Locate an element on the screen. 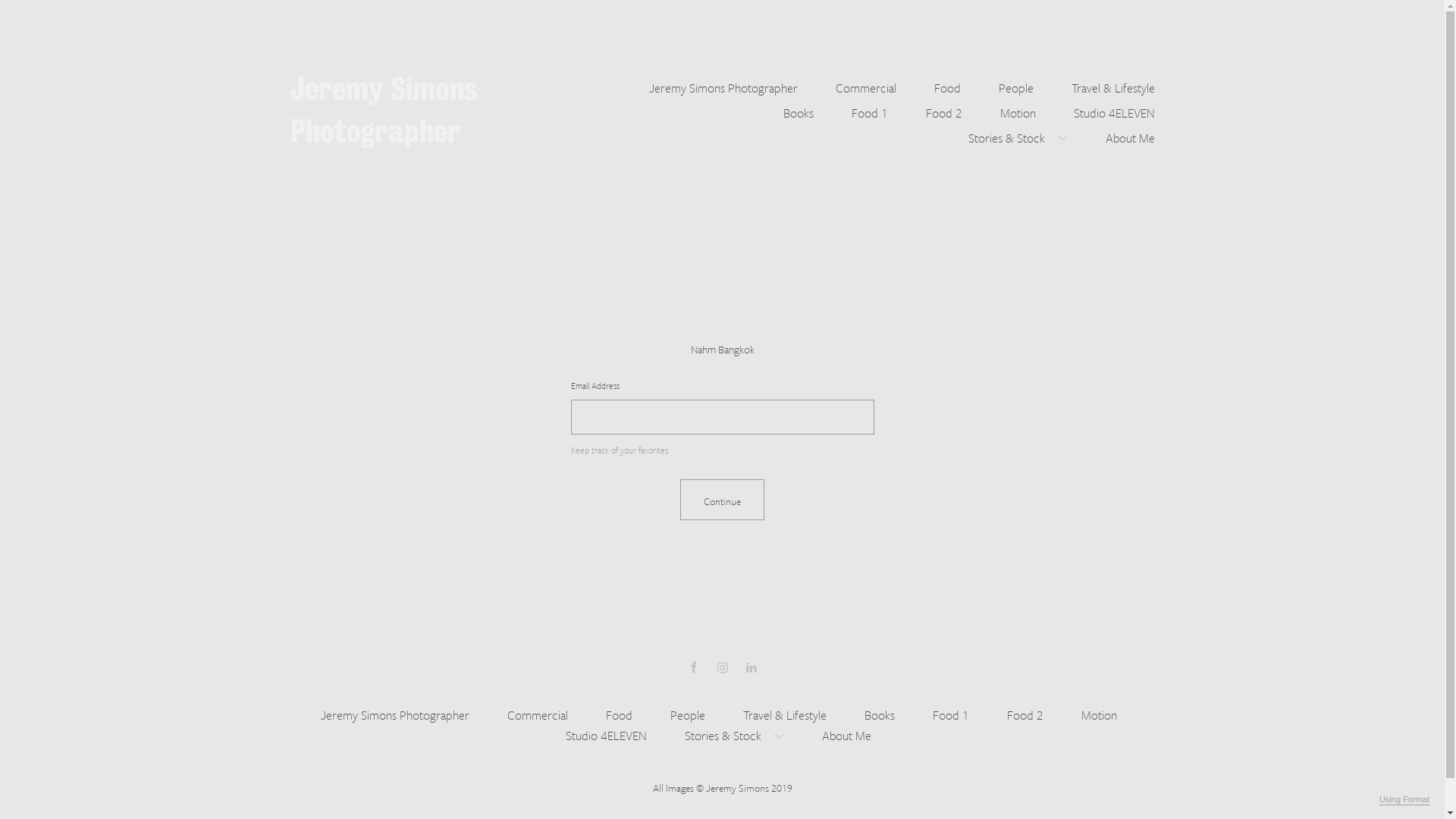 Image resolution: width=1456 pixels, height=819 pixels. 'About Me' is located at coordinates (846, 733).